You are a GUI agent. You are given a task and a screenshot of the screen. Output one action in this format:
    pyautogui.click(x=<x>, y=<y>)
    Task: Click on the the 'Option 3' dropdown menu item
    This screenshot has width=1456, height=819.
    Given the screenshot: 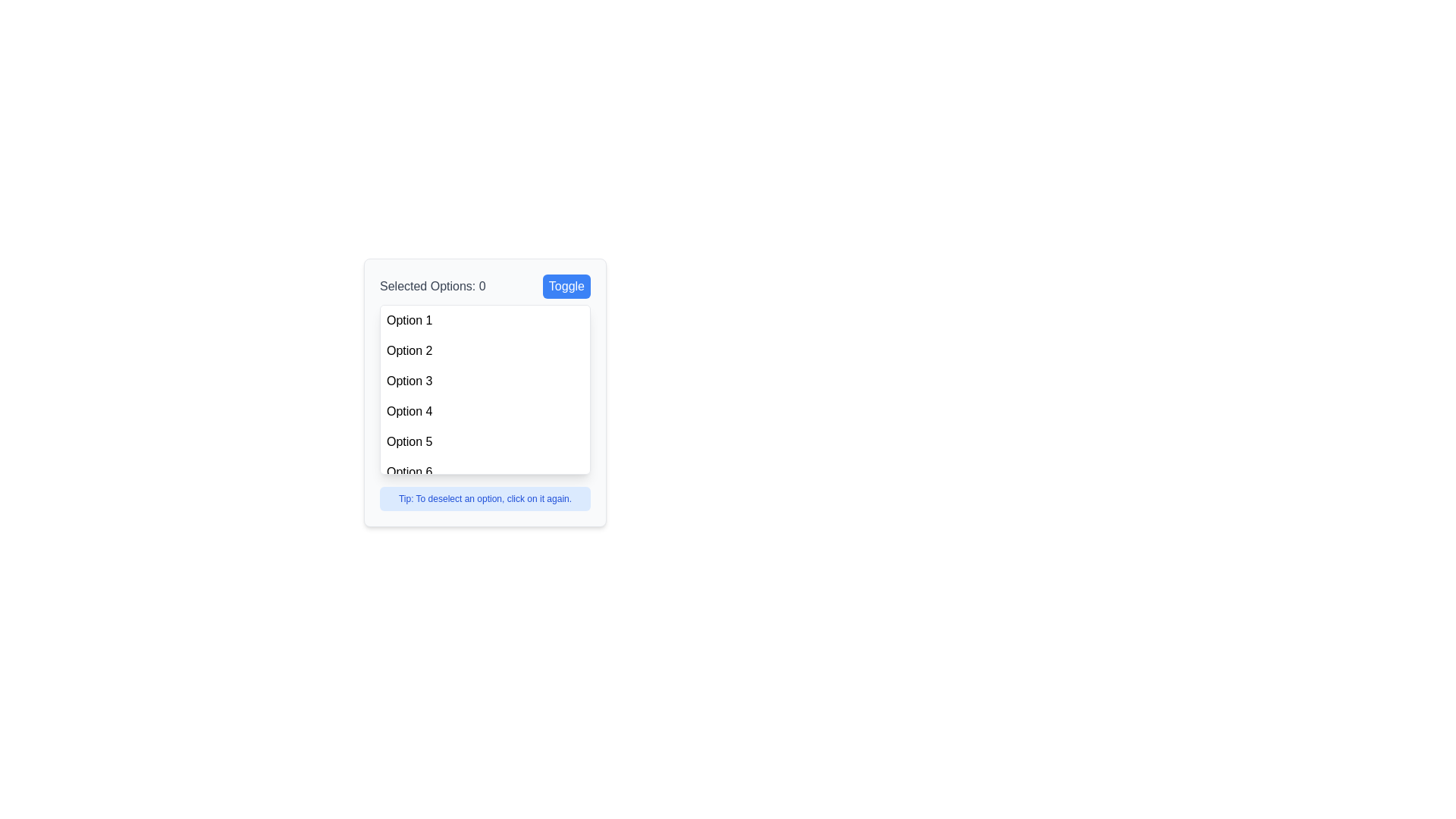 What is the action you would take?
    pyautogui.click(x=484, y=380)
    